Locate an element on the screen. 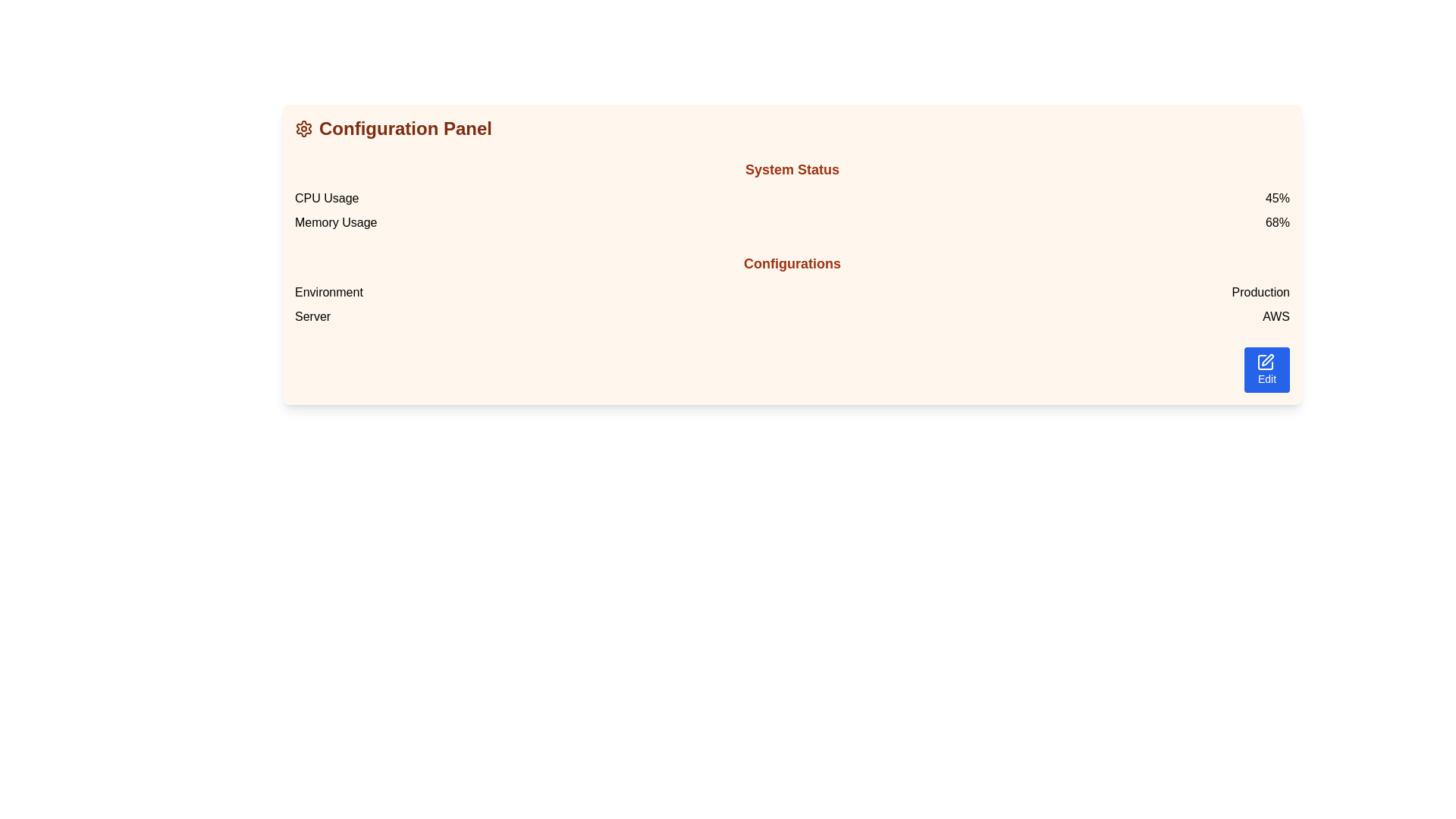 This screenshot has height=819, width=1456. the blue square icon with a pen graphic located within the 'Edit' button at the bottom-right corner of the card under the 'Configuration Panel' is located at coordinates (1266, 362).